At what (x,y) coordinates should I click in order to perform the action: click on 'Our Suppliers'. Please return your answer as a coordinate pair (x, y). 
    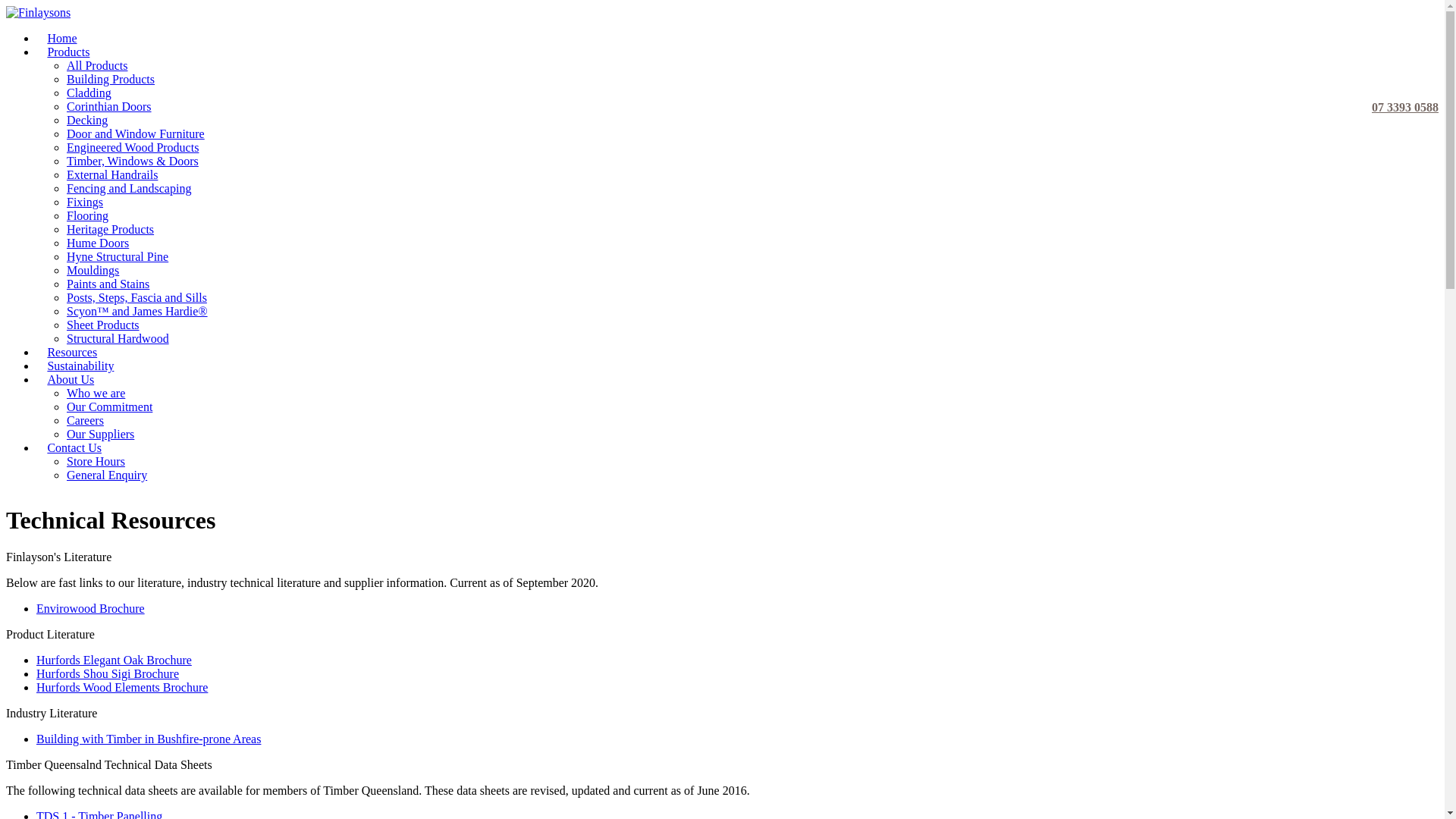
    Looking at the image, I should click on (99, 434).